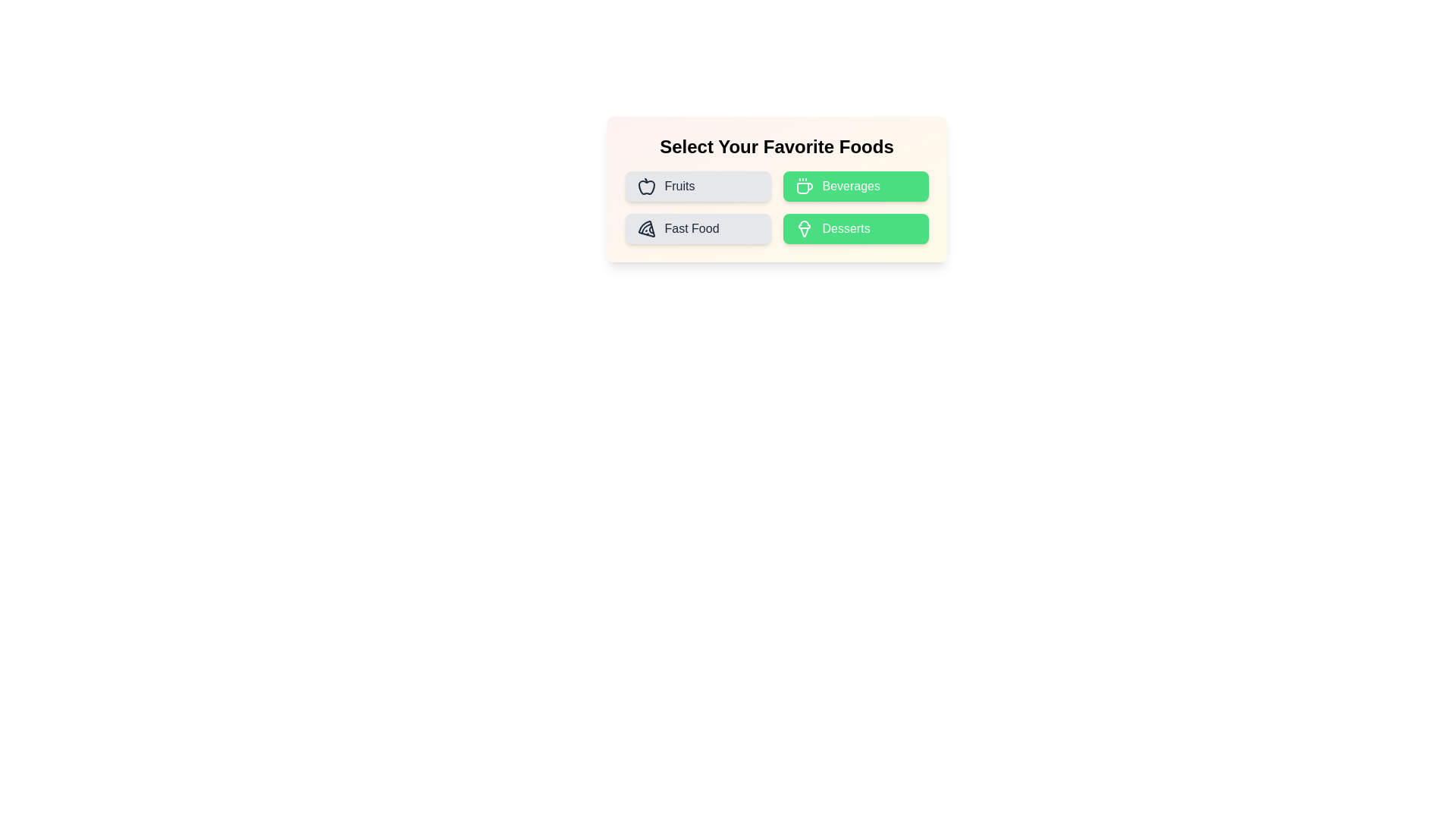 The width and height of the screenshot is (1456, 819). What do you see at coordinates (697, 186) in the screenshot?
I see `the Fruits button to inspect its icon and label` at bounding box center [697, 186].